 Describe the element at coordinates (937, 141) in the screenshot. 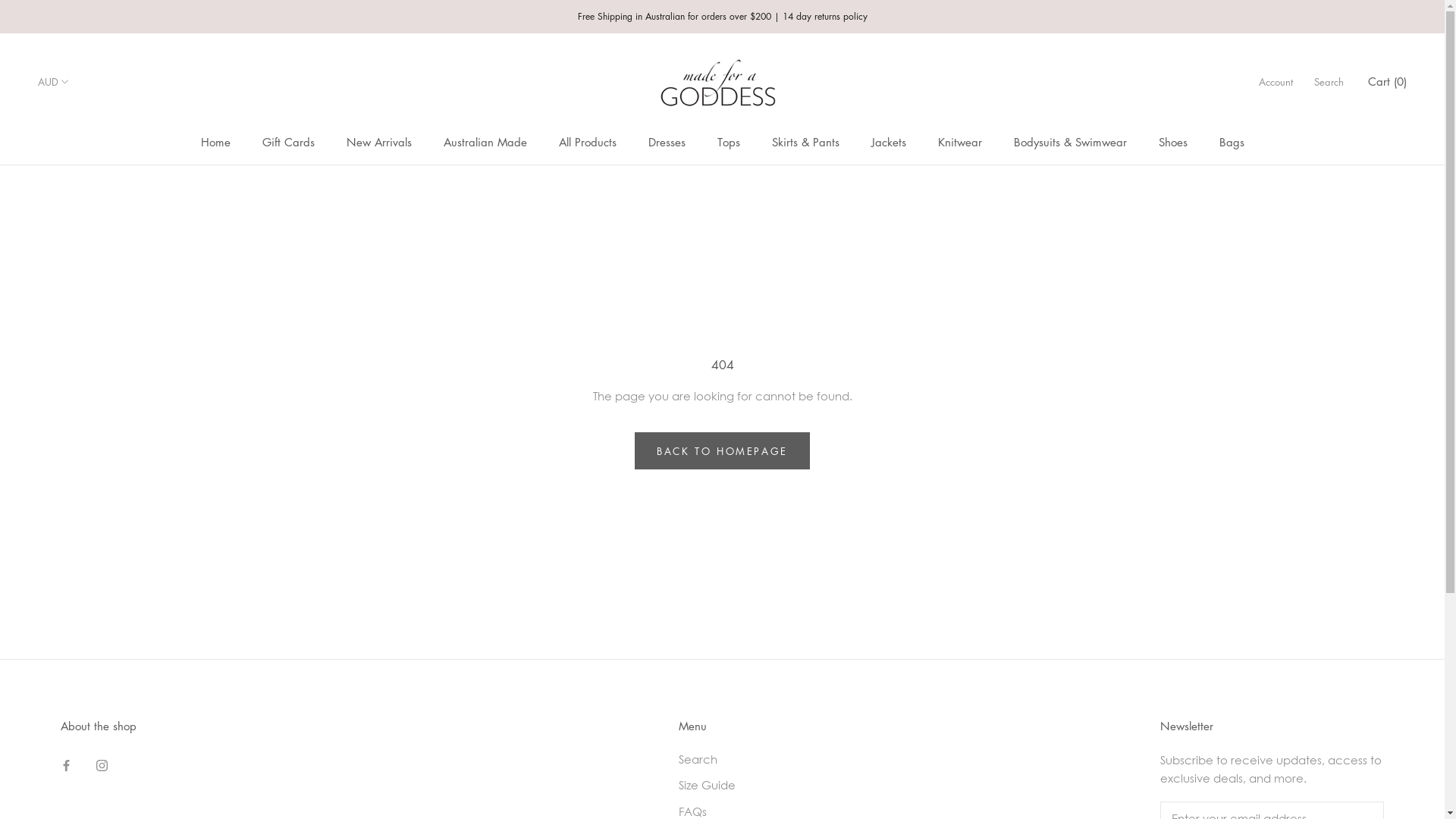

I see `'Knitwear` at that location.